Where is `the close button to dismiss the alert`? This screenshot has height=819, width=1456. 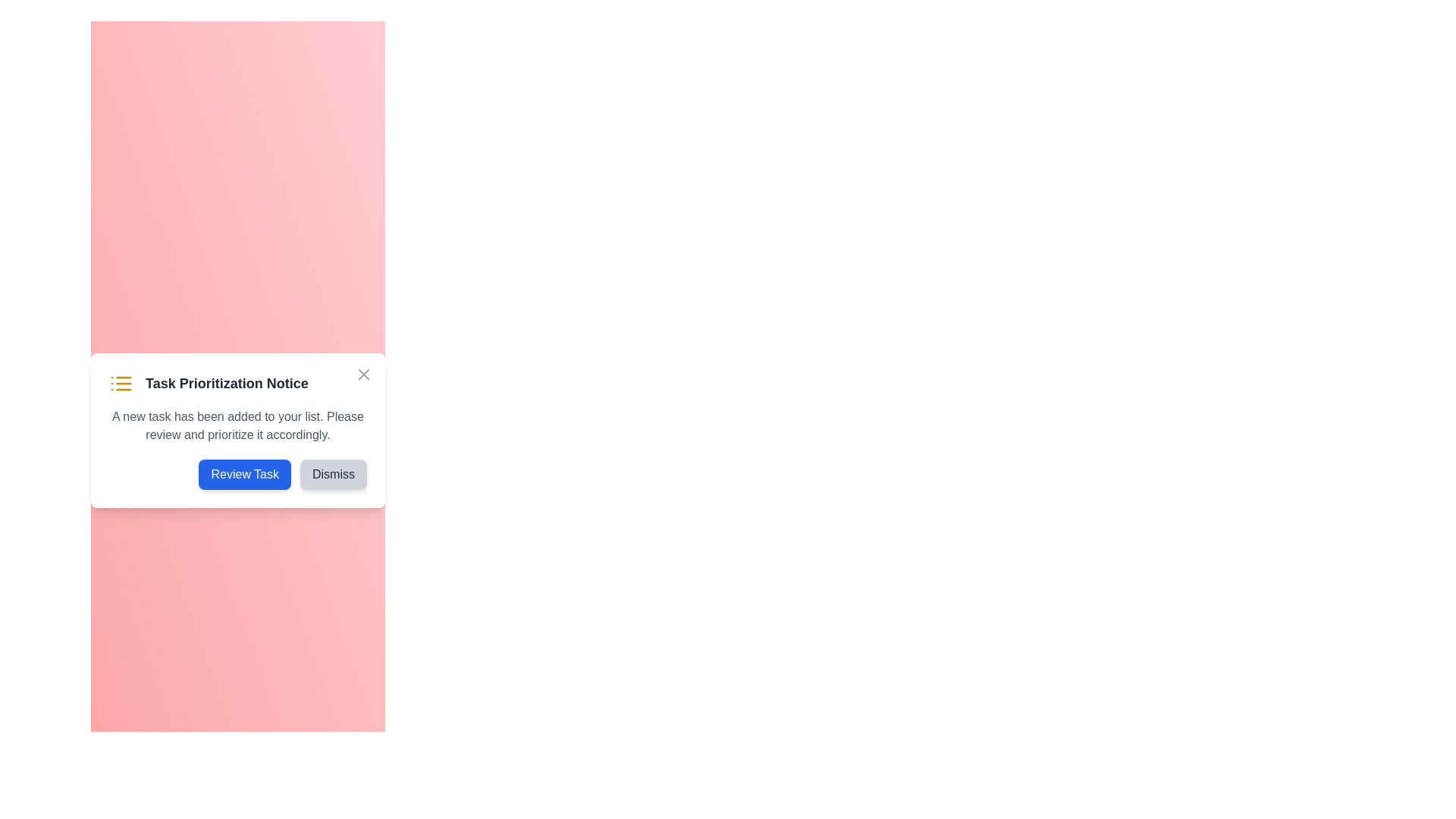
the close button to dismiss the alert is located at coordinates (364, 374).